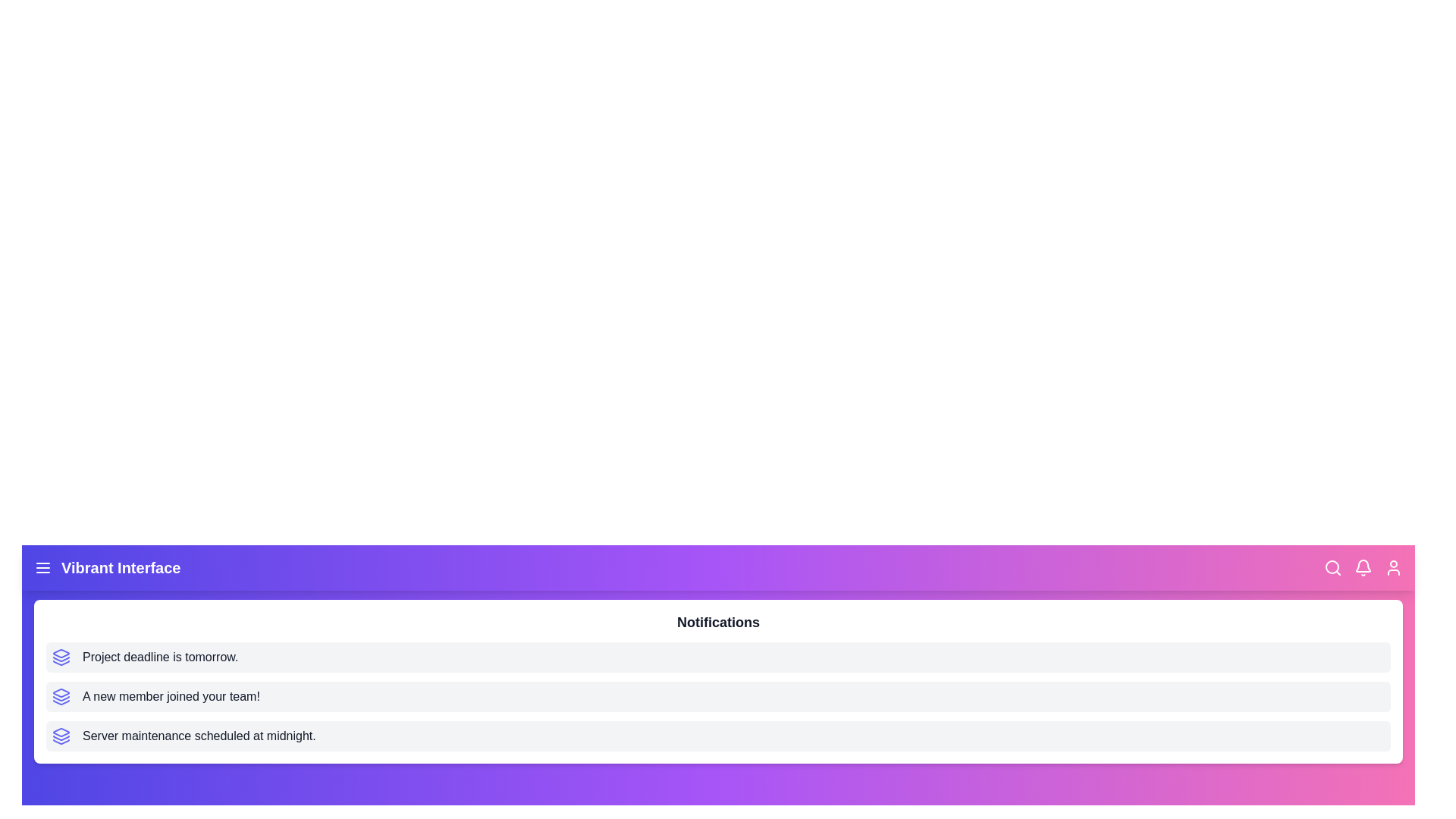 This screenshot has width=1456, height=819. What do you see at coordinates (1332, 567) in the screenshot?
I see `the search icon to initiate a search` at bounding box center [1332, 567].